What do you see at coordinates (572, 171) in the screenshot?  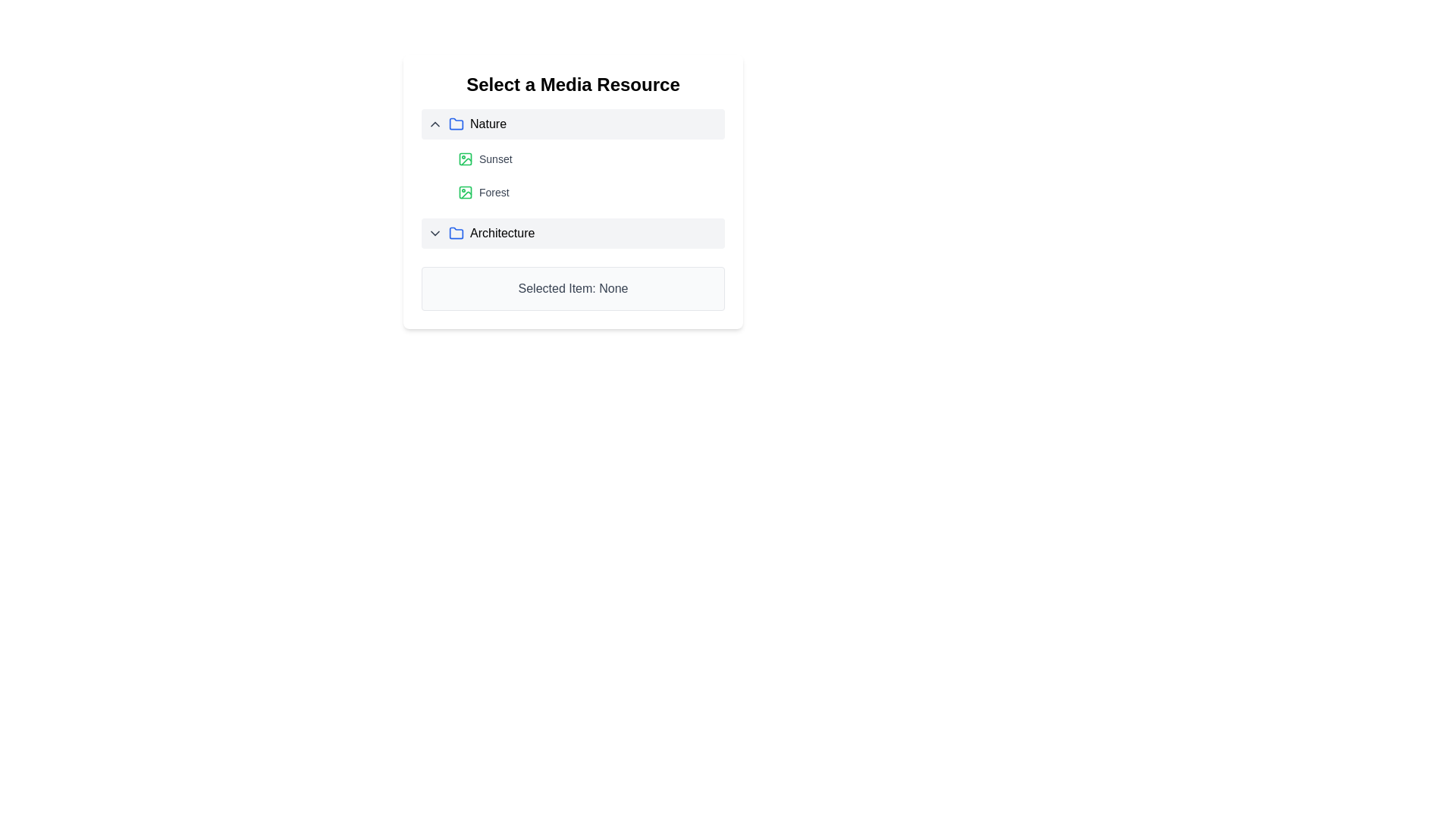 I see `the 'Forest' item in the vertical selection list located within the 'Nature' category` at bounding box center [572, 171].